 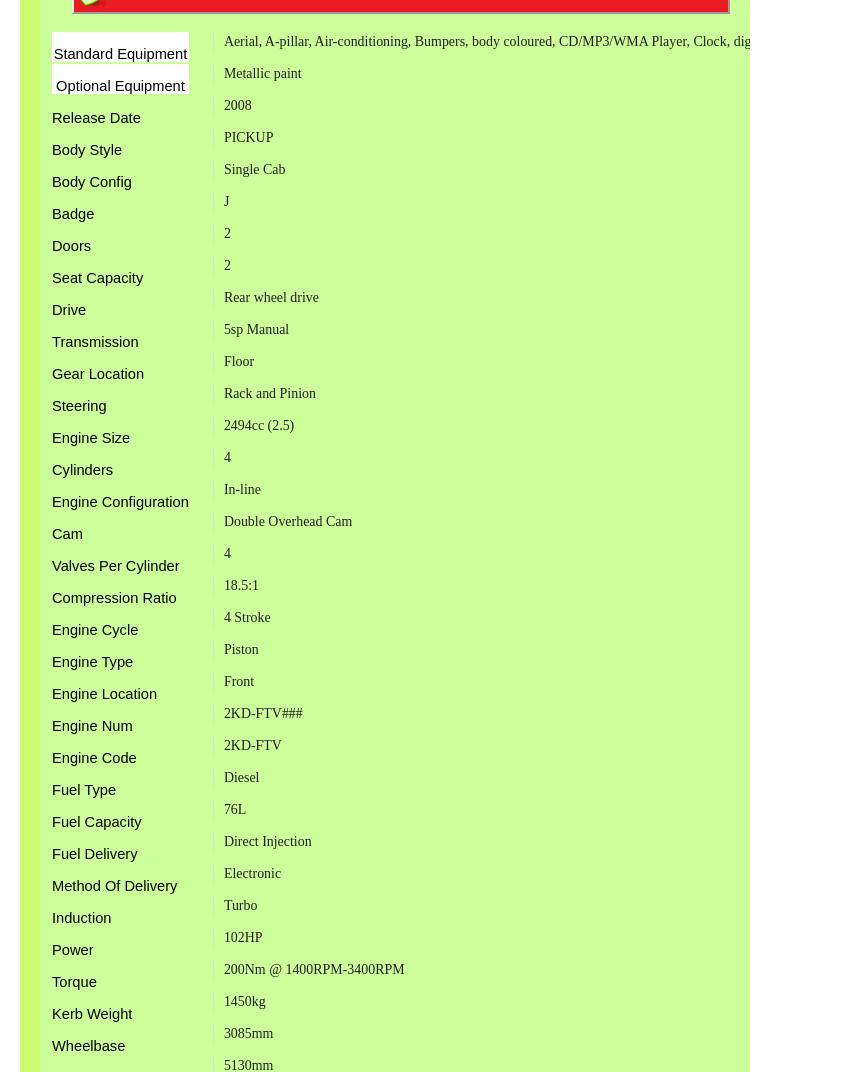 I want to click on 'Direct Injection', so click(x=267, y=840).